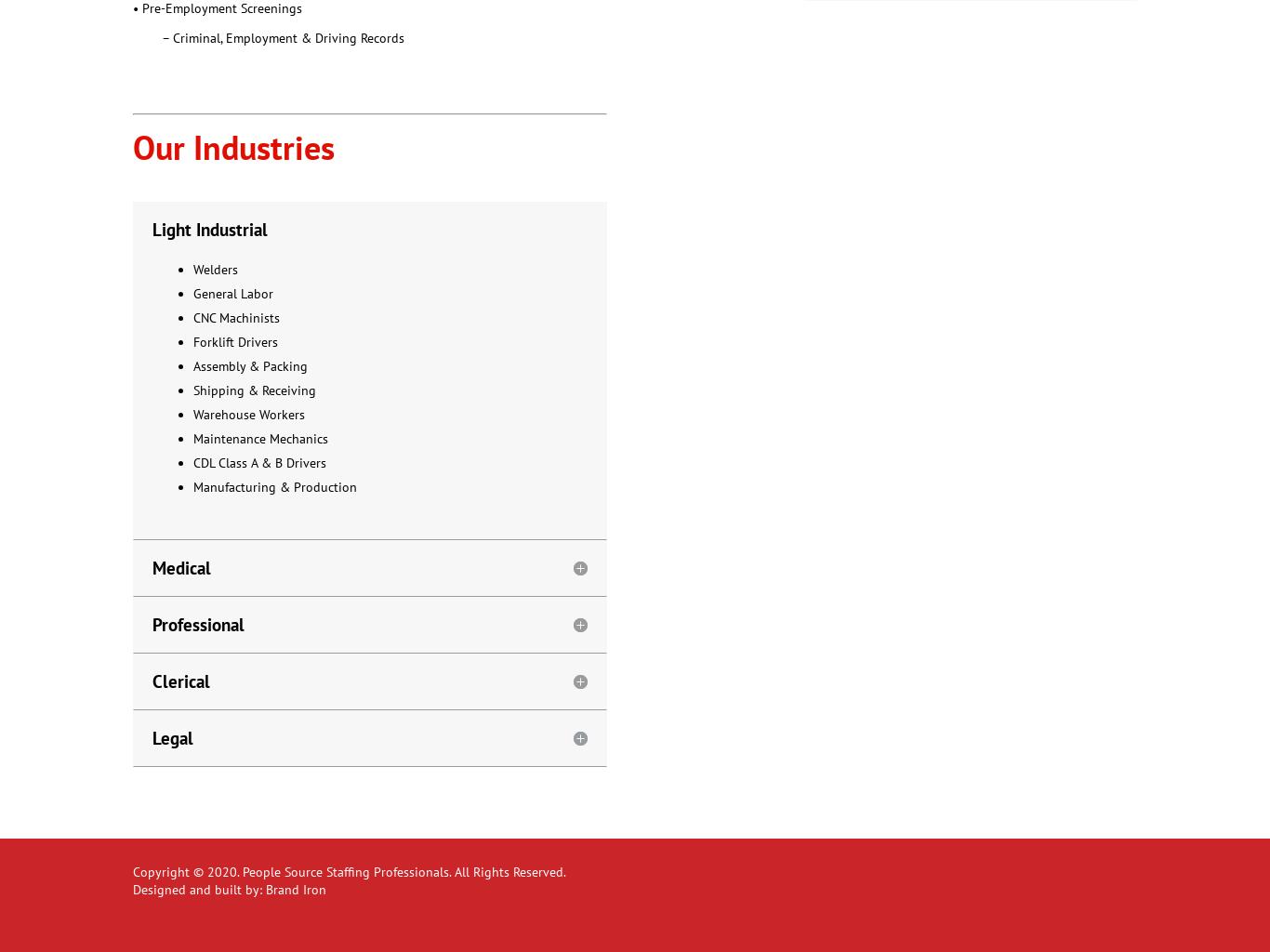 This screenshot has width=1270, height=952. Describe the element at coordinates (132, 145) in the screenshot. I see `'Our Industries'` at that location.